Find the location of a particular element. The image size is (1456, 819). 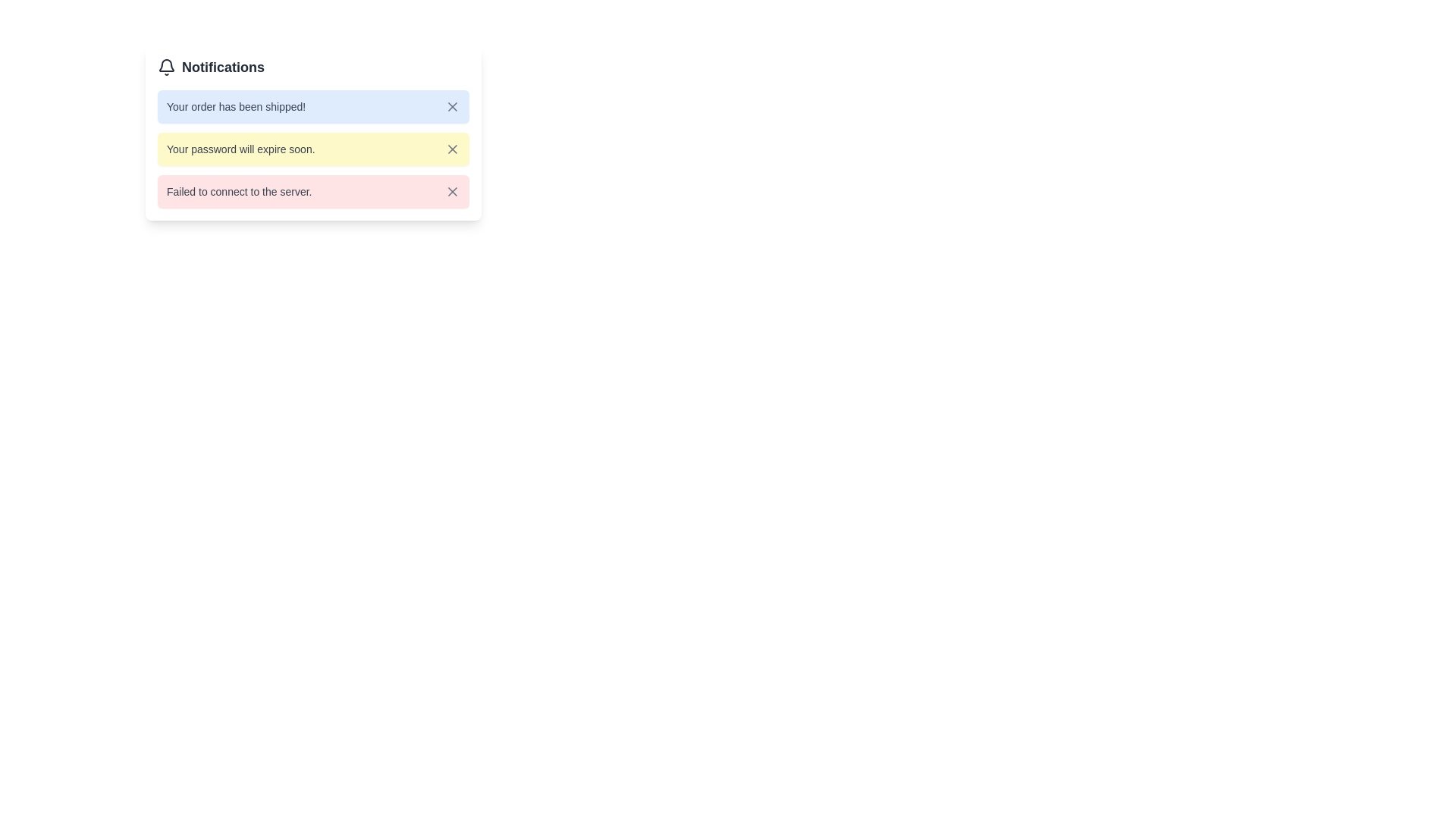

the notification message that informs the user their order has been shipped, which is the primary text in the first notification card is located at coordinates (235, 106).